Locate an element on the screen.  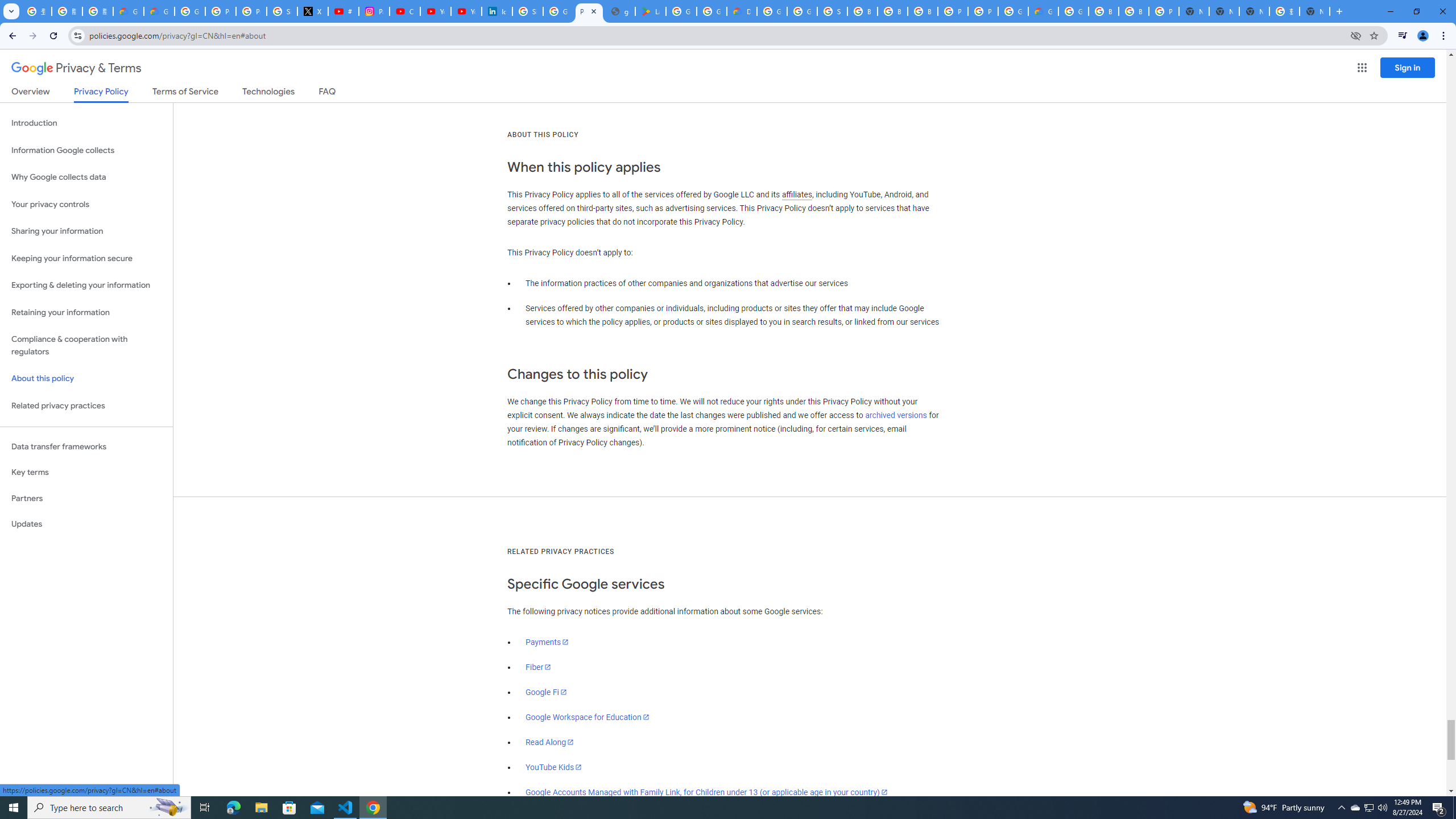
'archived versions' is located at coordinates (895, 415).